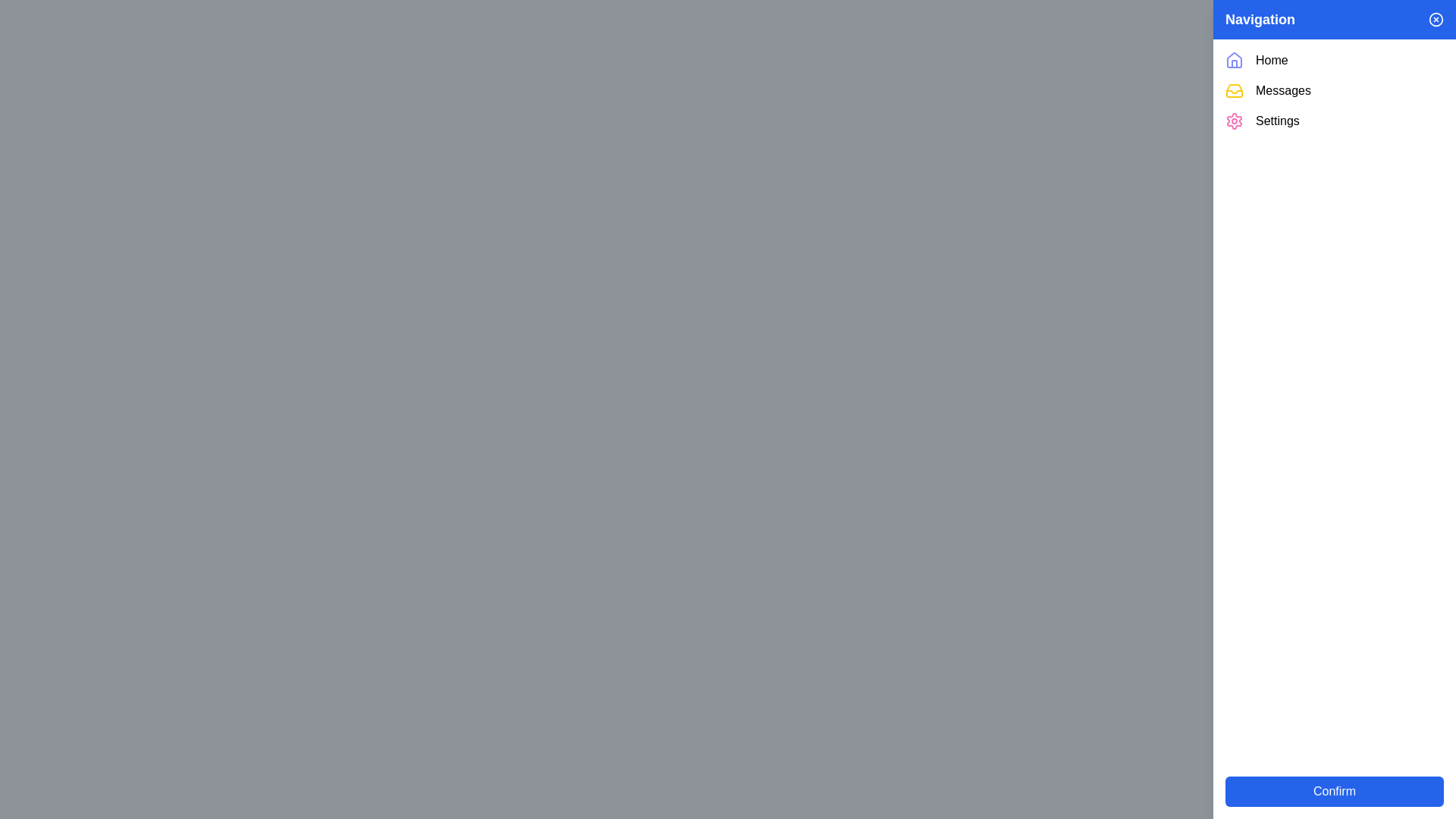  Describe the element at coordinates (1335, 791) in the screenshot. I see `the confirmation button located at the bottom right corner of the interface to observe any appearance change` at that location.